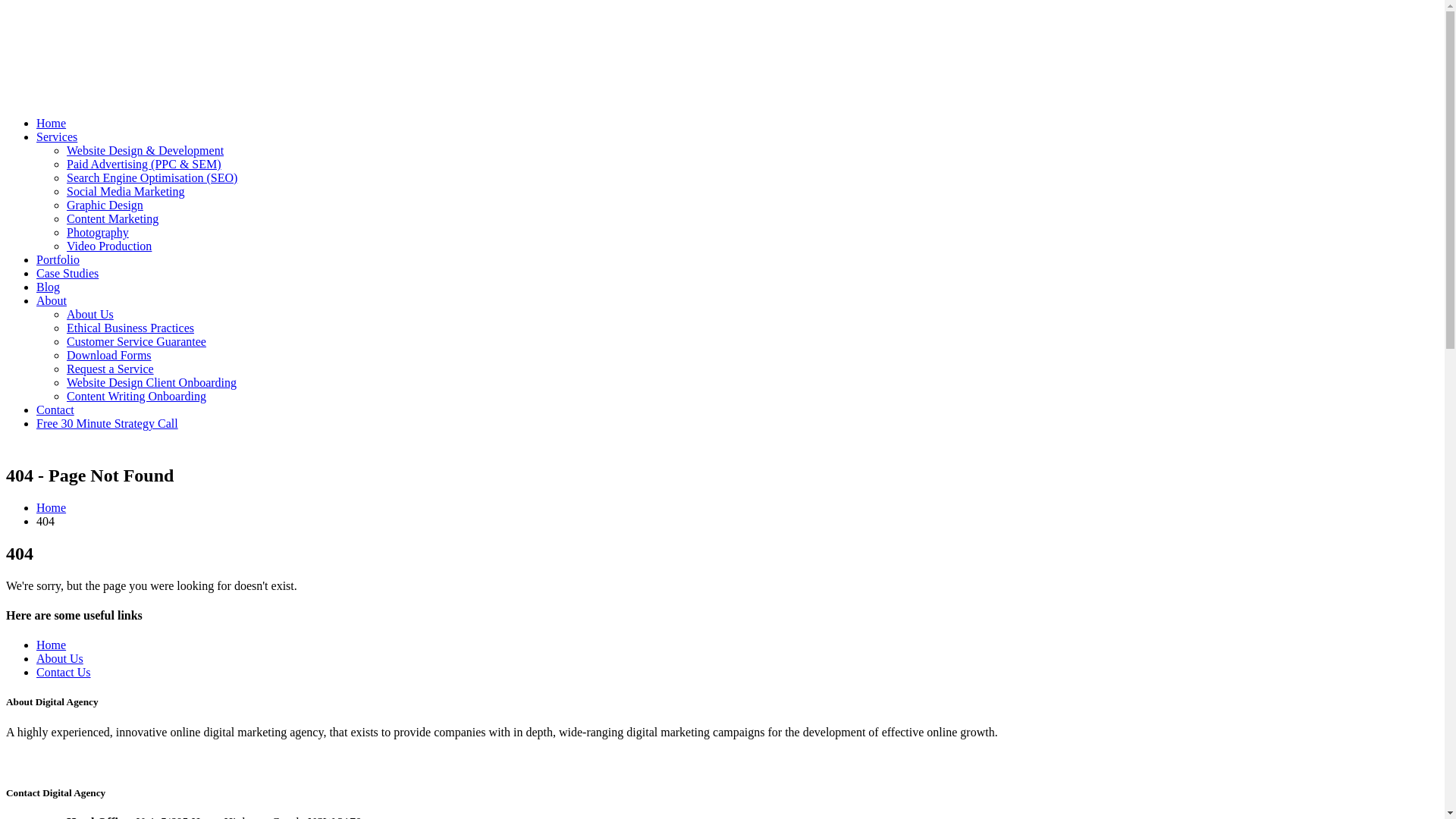 The height and width of the screenshot is (819, 1456). Describe the element at coordinates (58, 259) in the screenshot. I see `'Portfolio'` at that location.